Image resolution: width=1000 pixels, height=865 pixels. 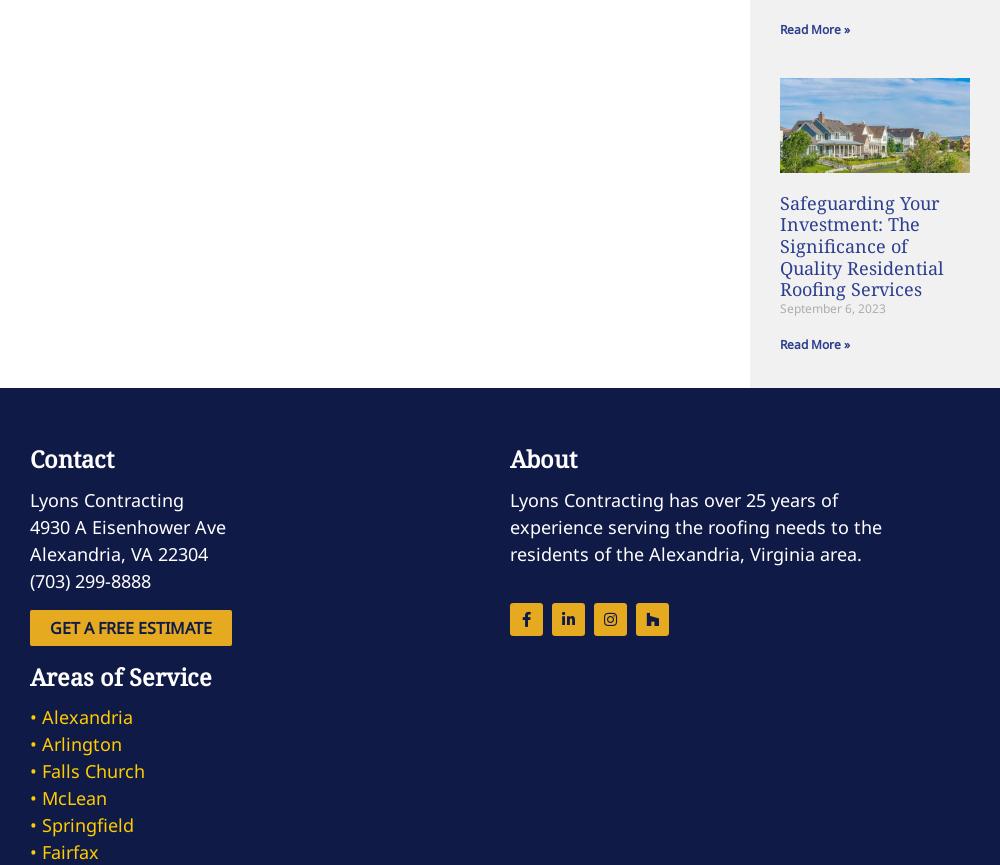 What do you see at coordinates (543, 457) in the screenshot?
I see `'About'` at bounding box center [543, 457].